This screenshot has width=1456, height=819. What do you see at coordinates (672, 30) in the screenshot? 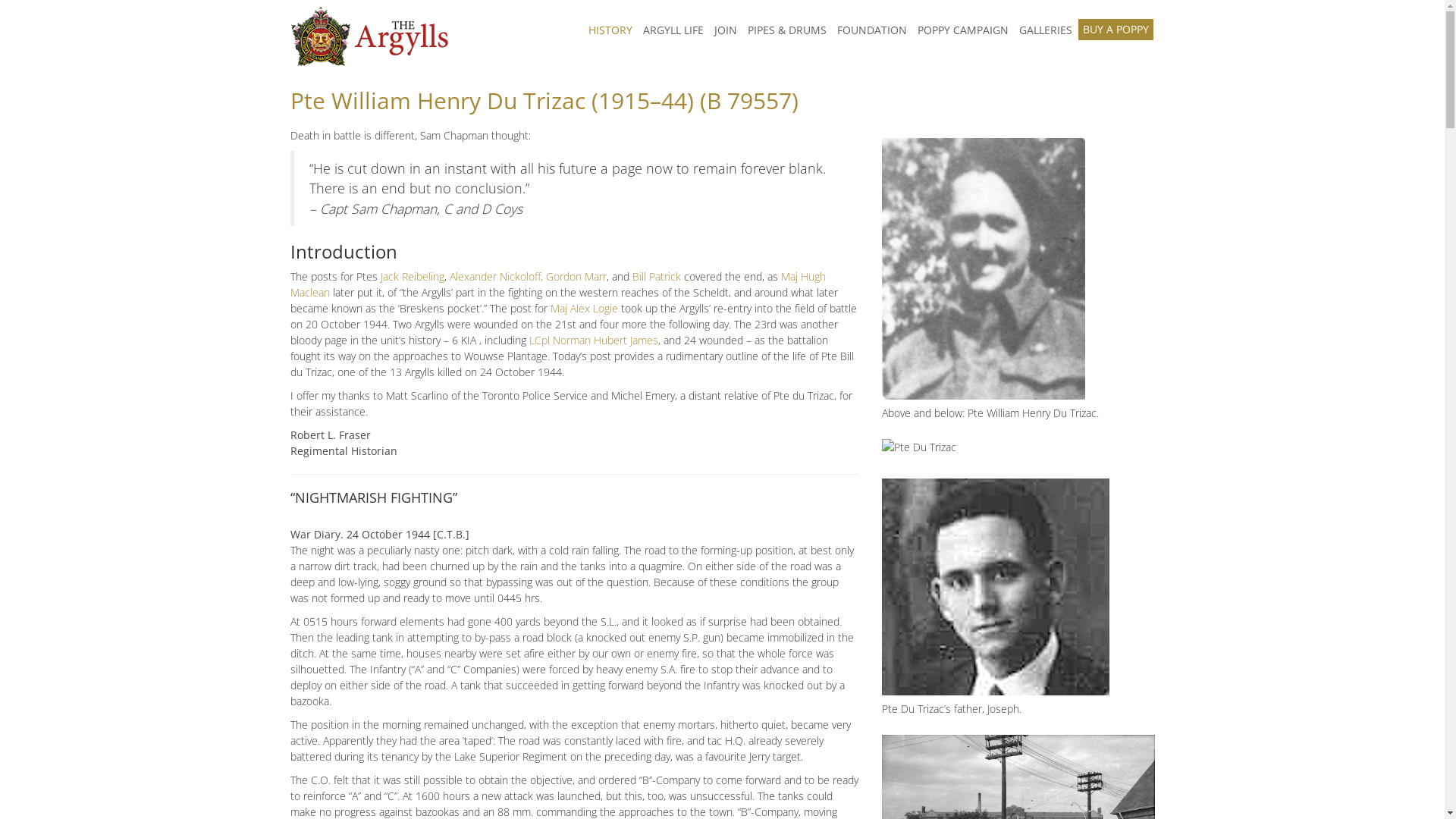
I see `'ARGYLL LIFE'` at bounding box center [672, 30].